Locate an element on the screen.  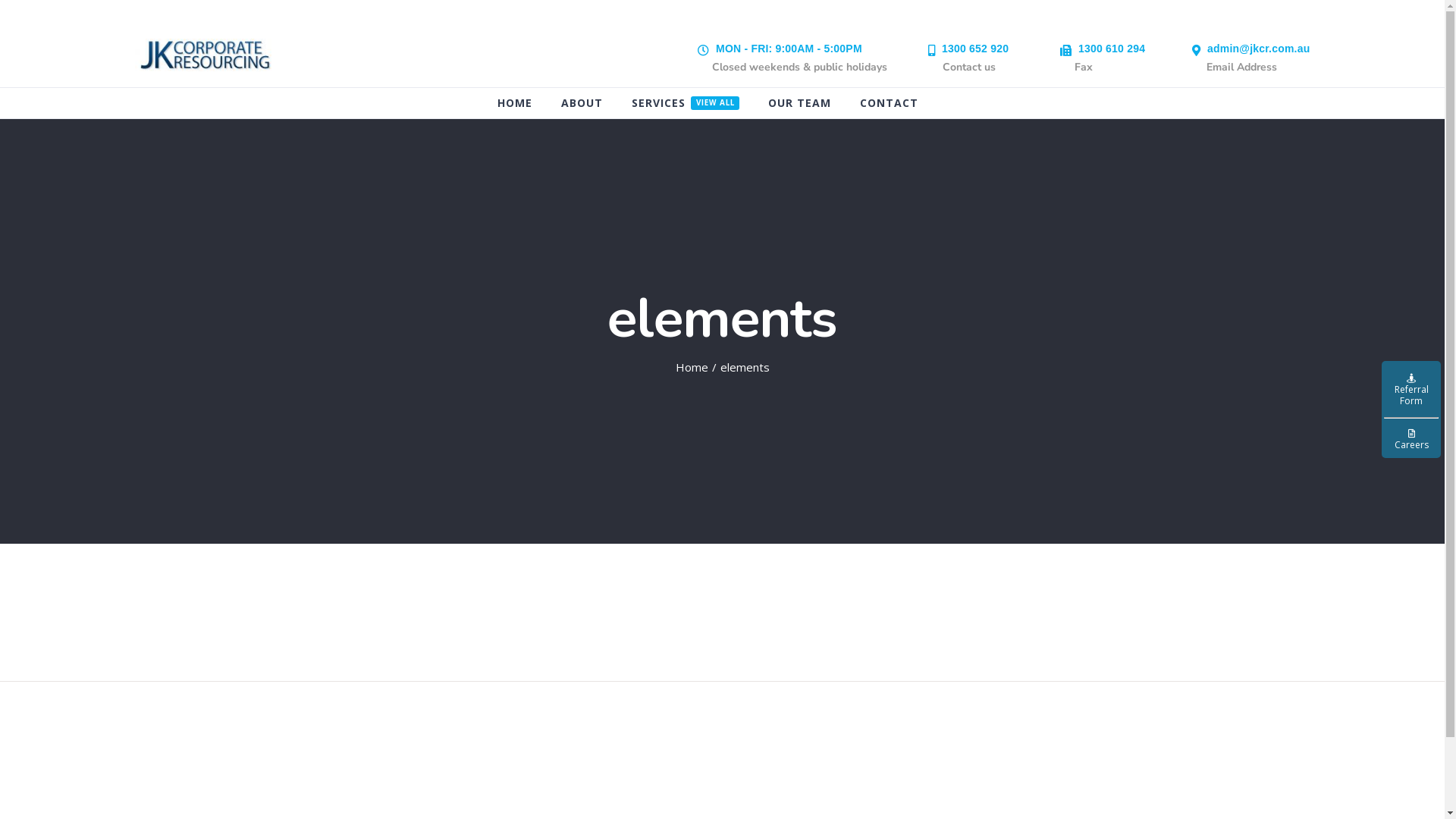
'admin@jkcr.com.au' is located at coordinates (1207, 48).